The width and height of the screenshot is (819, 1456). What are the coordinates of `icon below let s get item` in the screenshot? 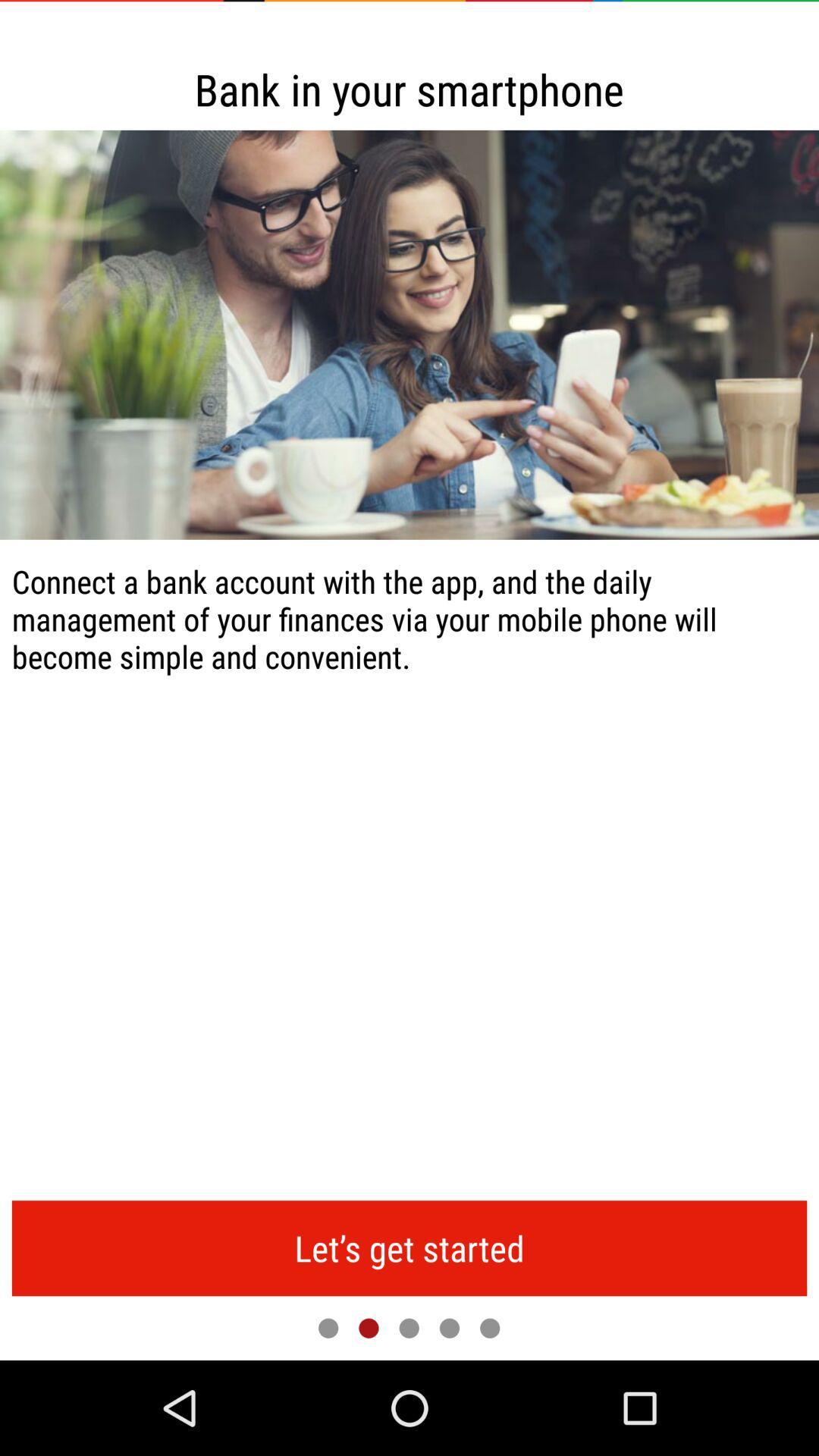 It's located at (408, 1327).